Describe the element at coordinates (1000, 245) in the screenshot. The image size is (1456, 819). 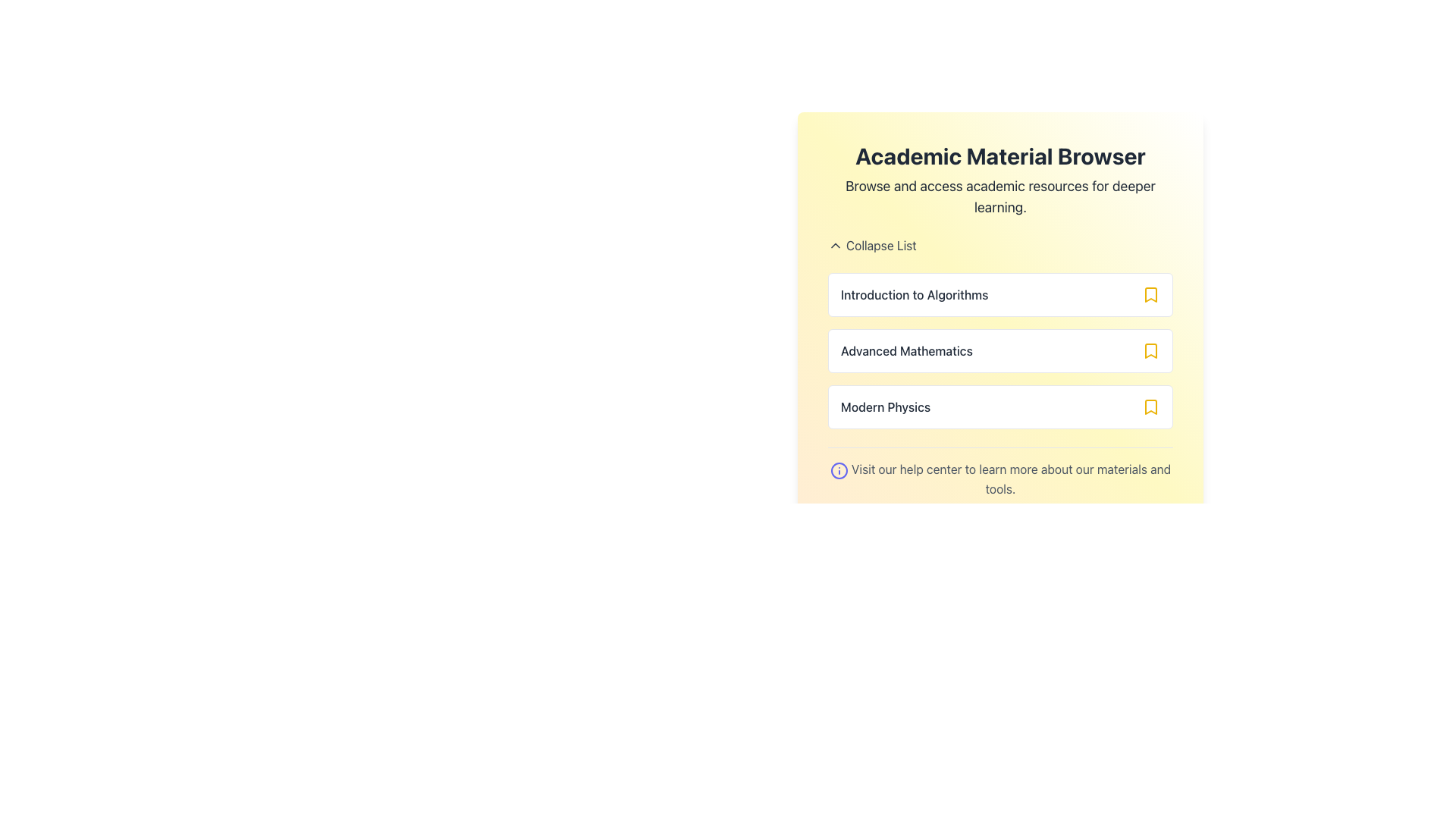
I see `the 'Collapse List' interactive toggle` at that location.